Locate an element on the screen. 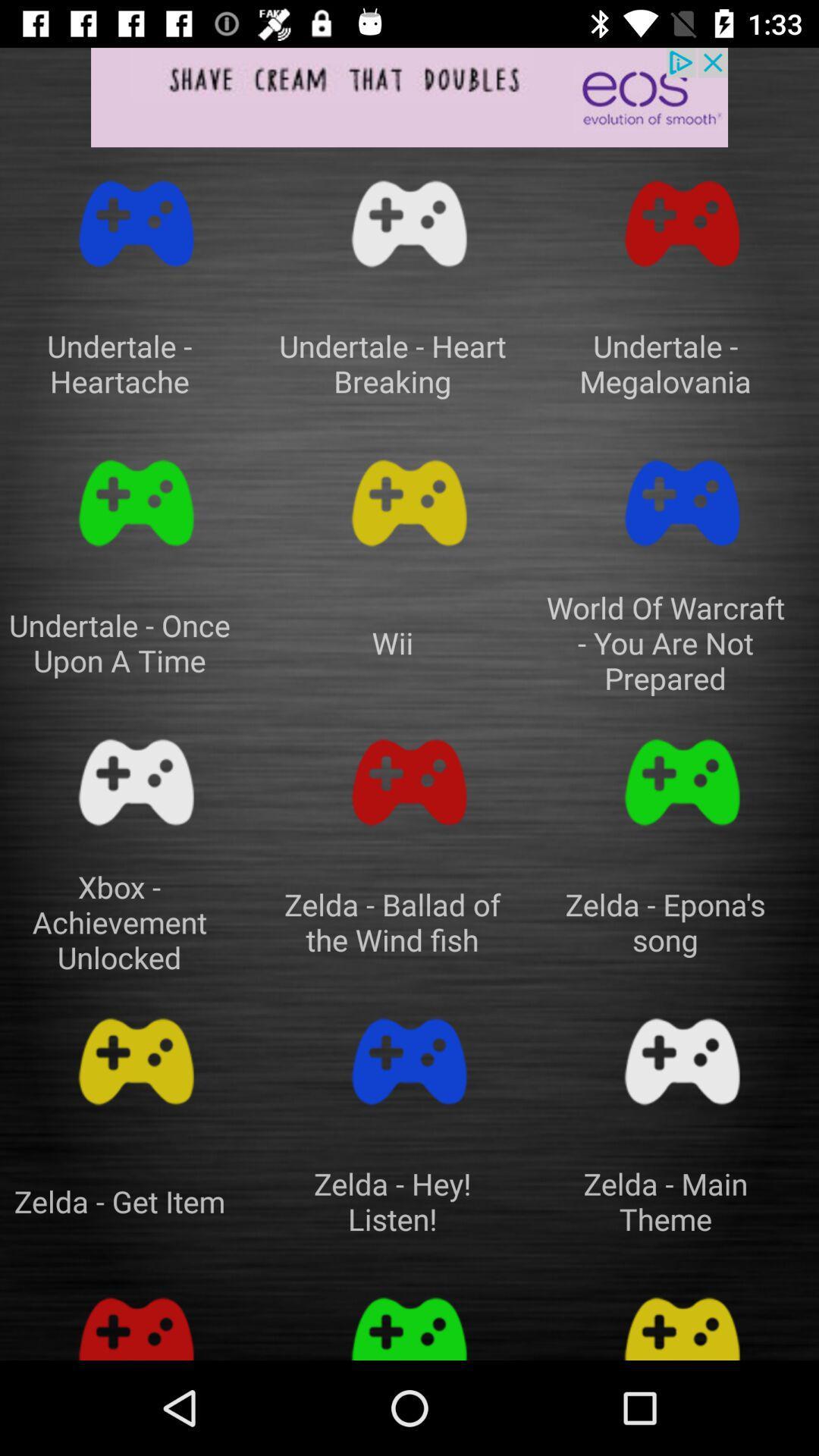 The image size is (819, 1456). choose a cover is located at coordinates (681, 223).